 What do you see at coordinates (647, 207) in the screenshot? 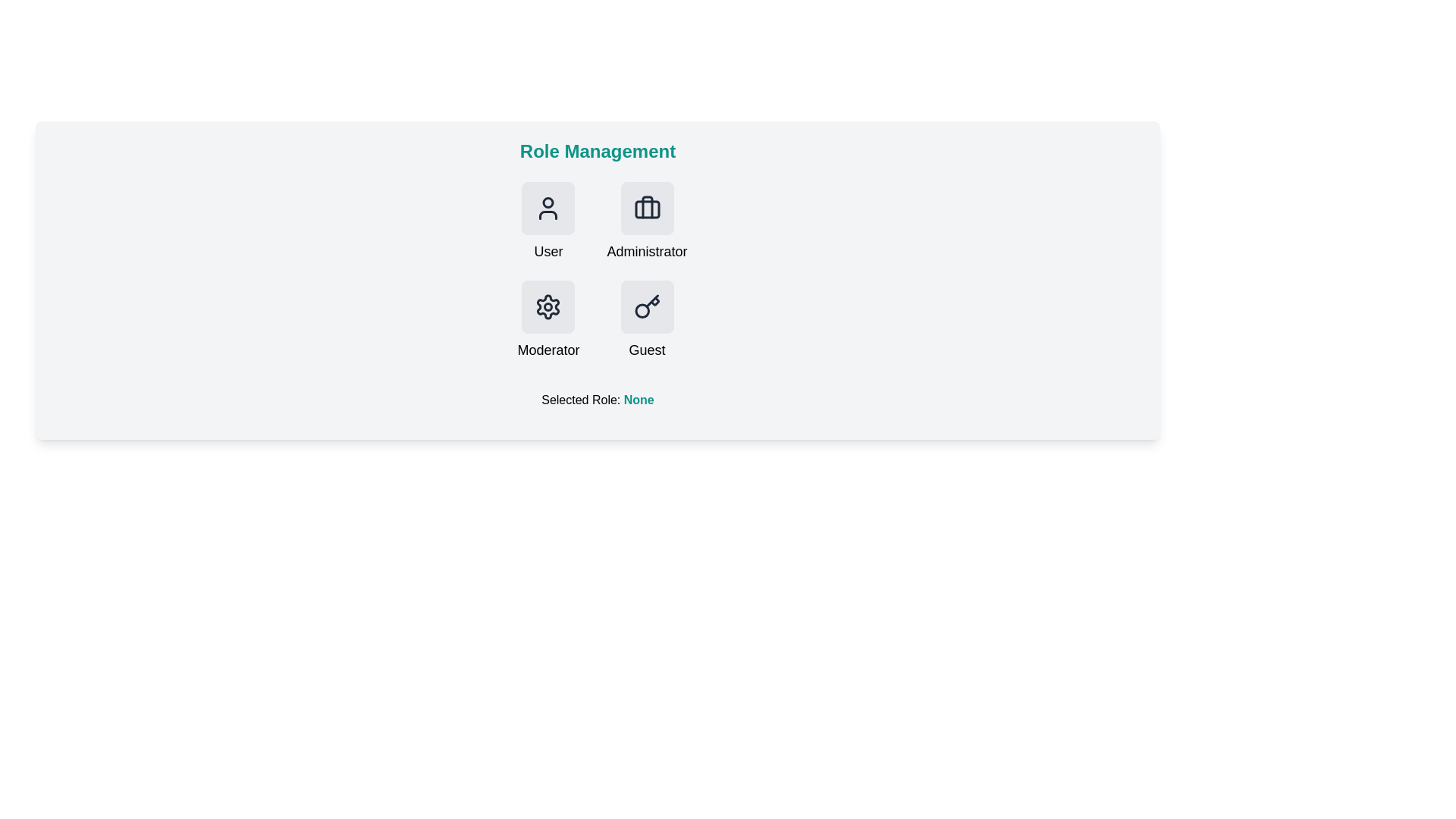
I see `the vector graphic element that represents a specific role or function, located in the top right of a 2x2 grid below the 'Role Management' title` at bounding box center [647, 207].